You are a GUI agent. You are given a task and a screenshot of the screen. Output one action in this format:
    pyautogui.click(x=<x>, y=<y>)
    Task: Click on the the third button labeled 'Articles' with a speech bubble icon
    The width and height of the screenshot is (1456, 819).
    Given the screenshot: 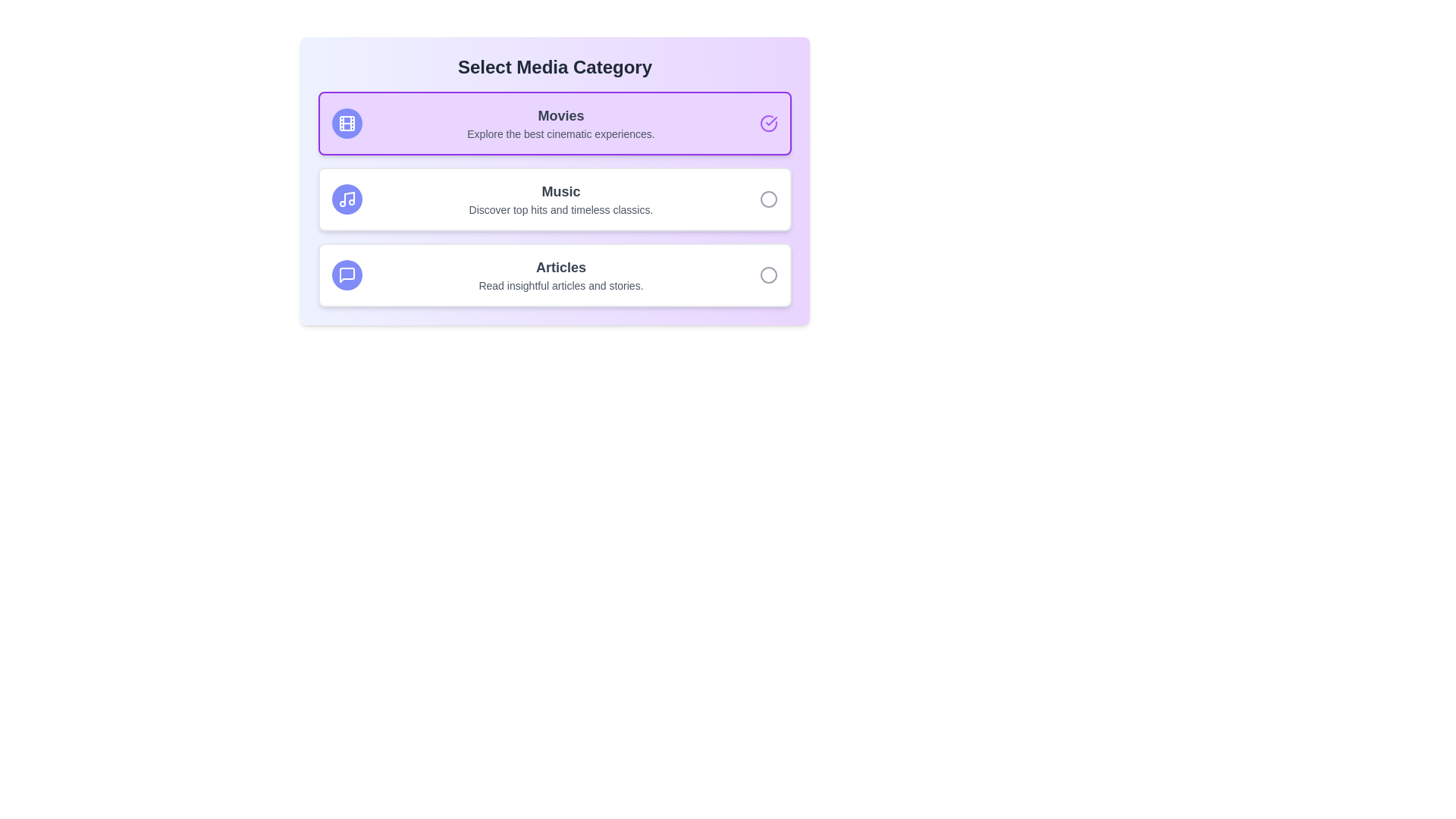 What is the action you would take?
    pyautogui.click(x=554, y=275)
    